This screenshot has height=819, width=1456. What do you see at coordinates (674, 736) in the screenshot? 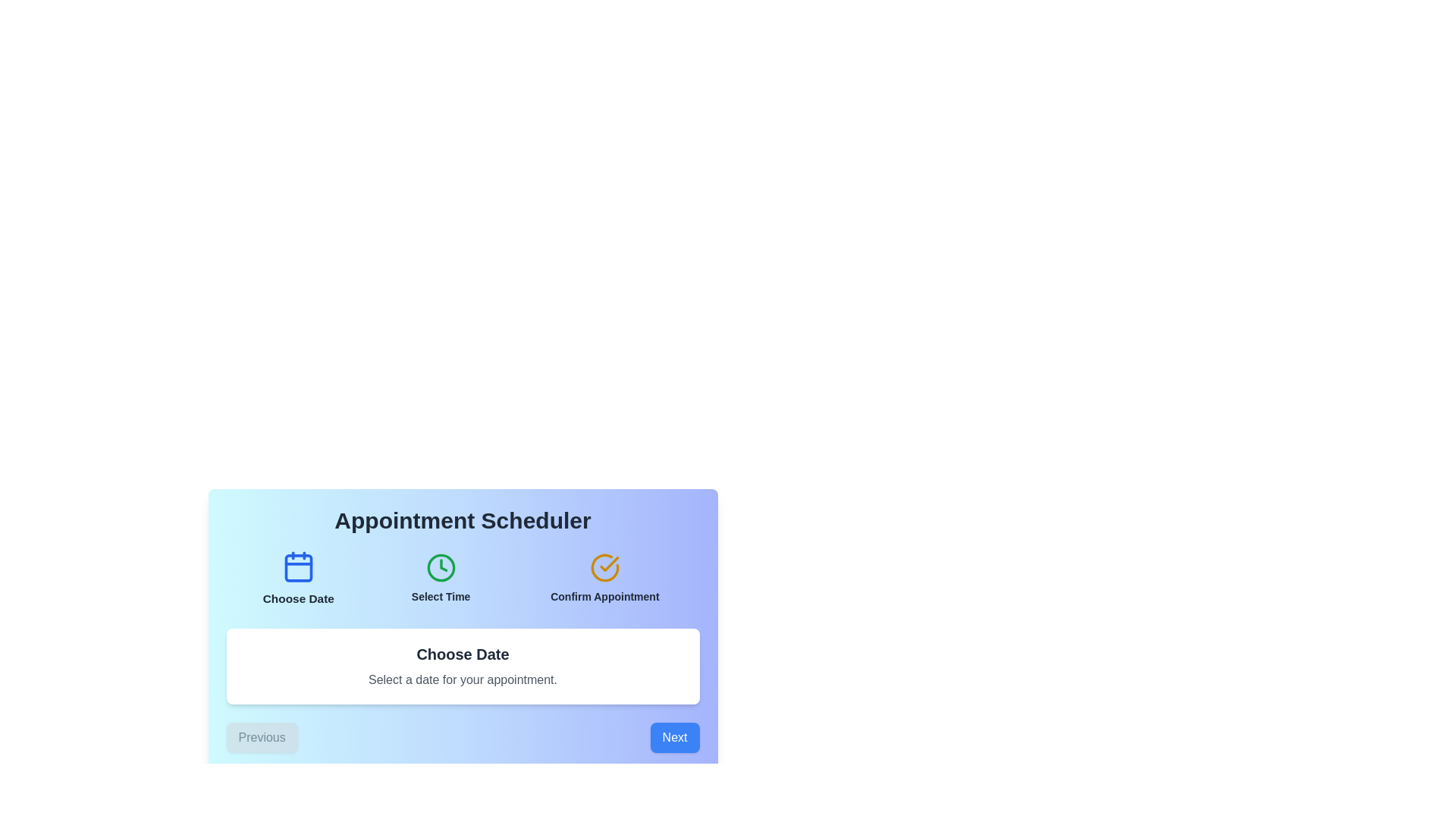
I see `the Next button to navigate the appointment scheduler` at bounding box center [674, 736].